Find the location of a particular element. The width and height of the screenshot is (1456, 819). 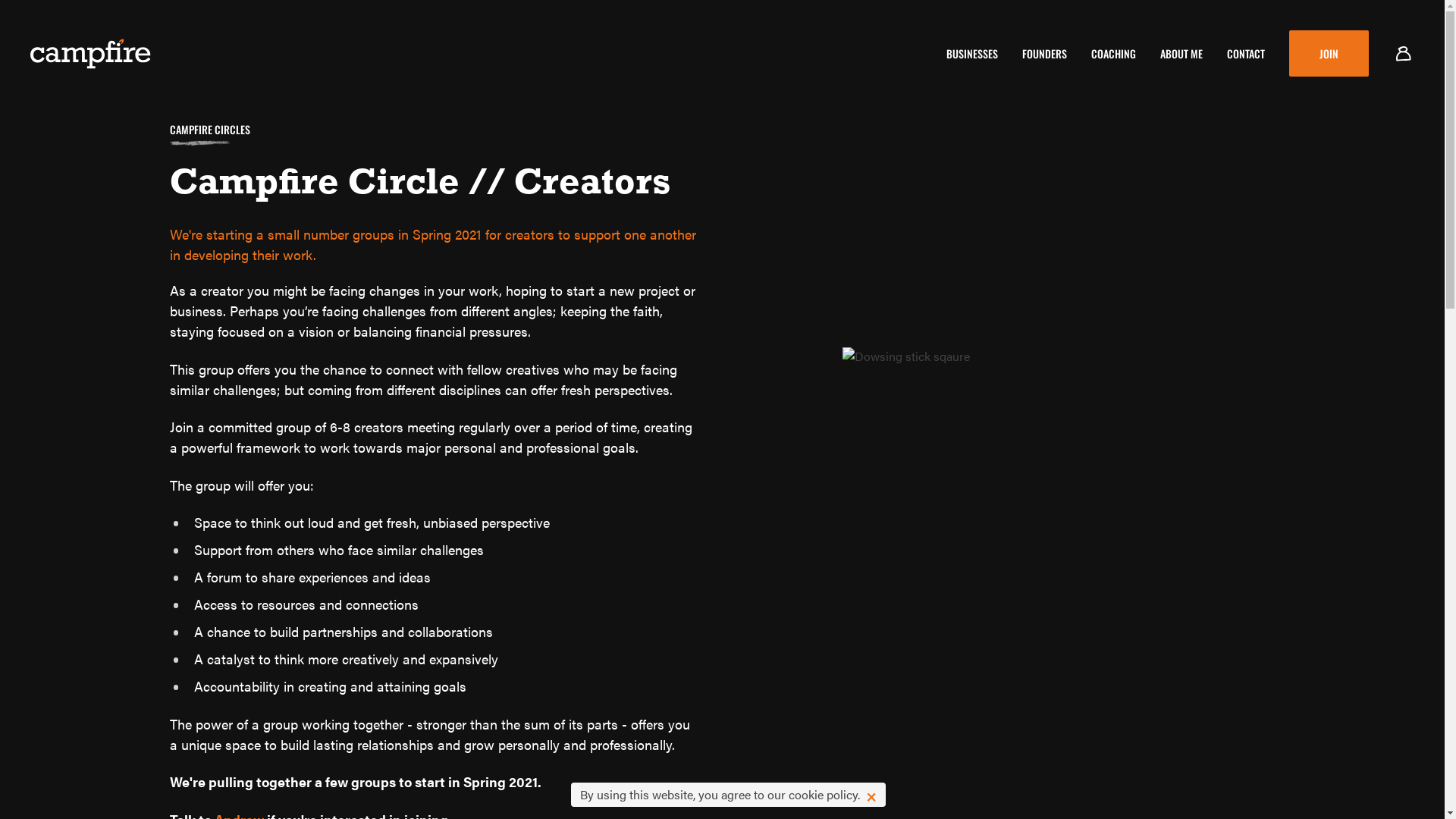

'COACHING' is located at coordinates (1090, 52).